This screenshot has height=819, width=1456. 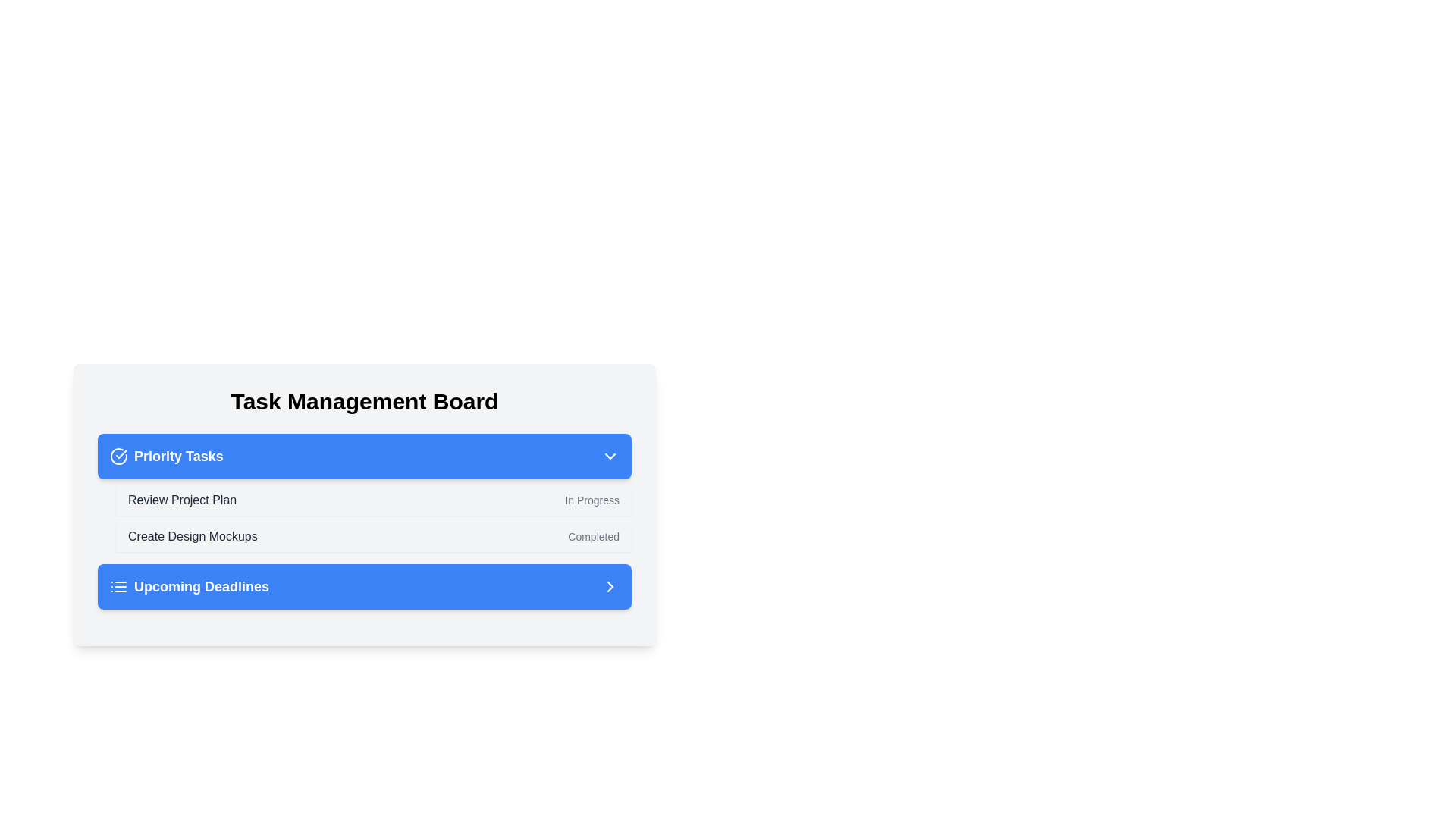 What do you see at coordinates (374, 500) in the screenshot?
I see `the task item labeled 'Review Project Plan'` at bounding box center [374, 500].